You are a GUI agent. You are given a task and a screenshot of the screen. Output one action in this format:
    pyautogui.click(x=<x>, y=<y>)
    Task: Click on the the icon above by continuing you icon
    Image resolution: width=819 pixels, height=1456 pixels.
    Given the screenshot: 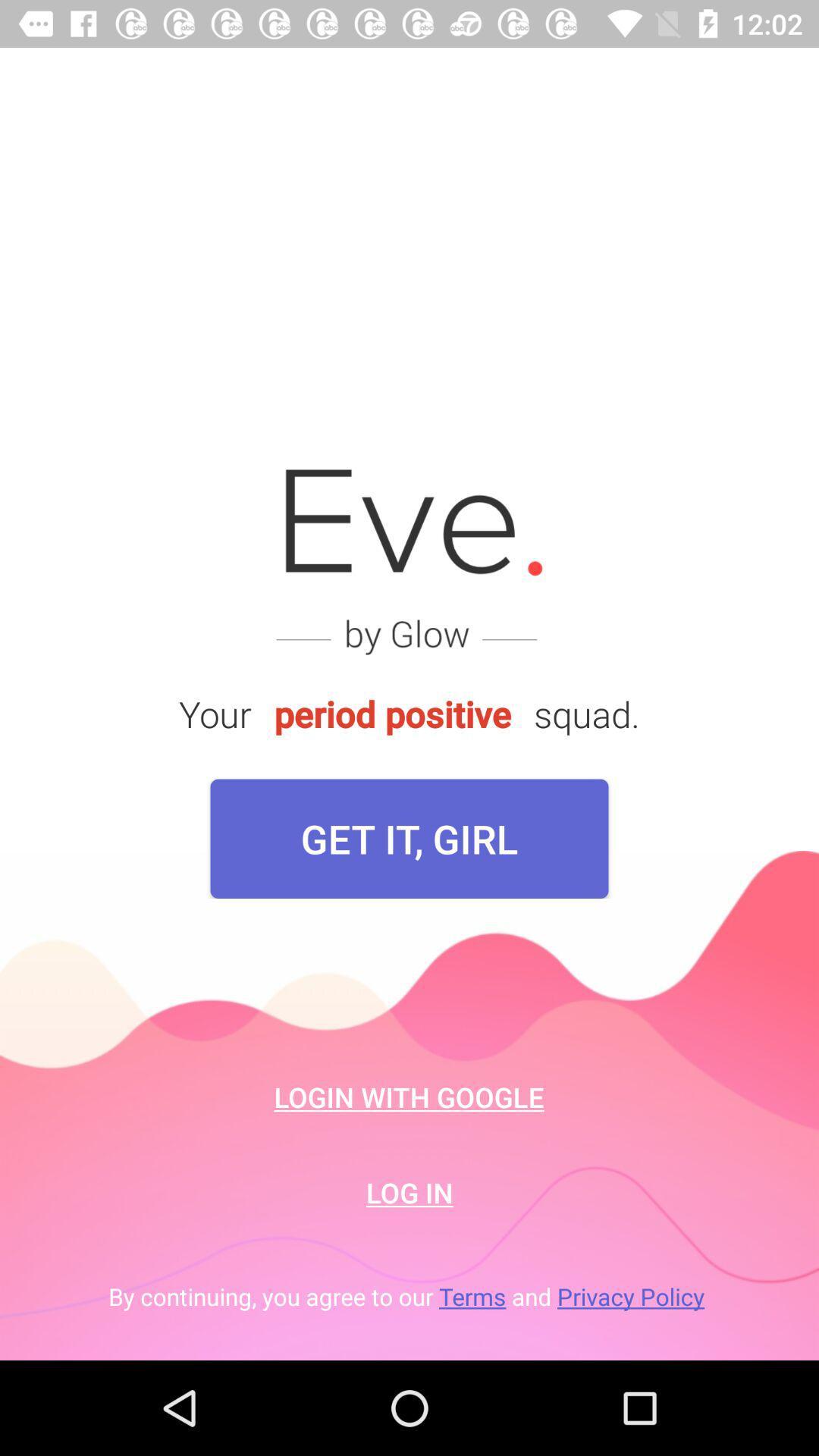 What is the action you would take?
    pyautogui.click(x=409, y=1191)
    